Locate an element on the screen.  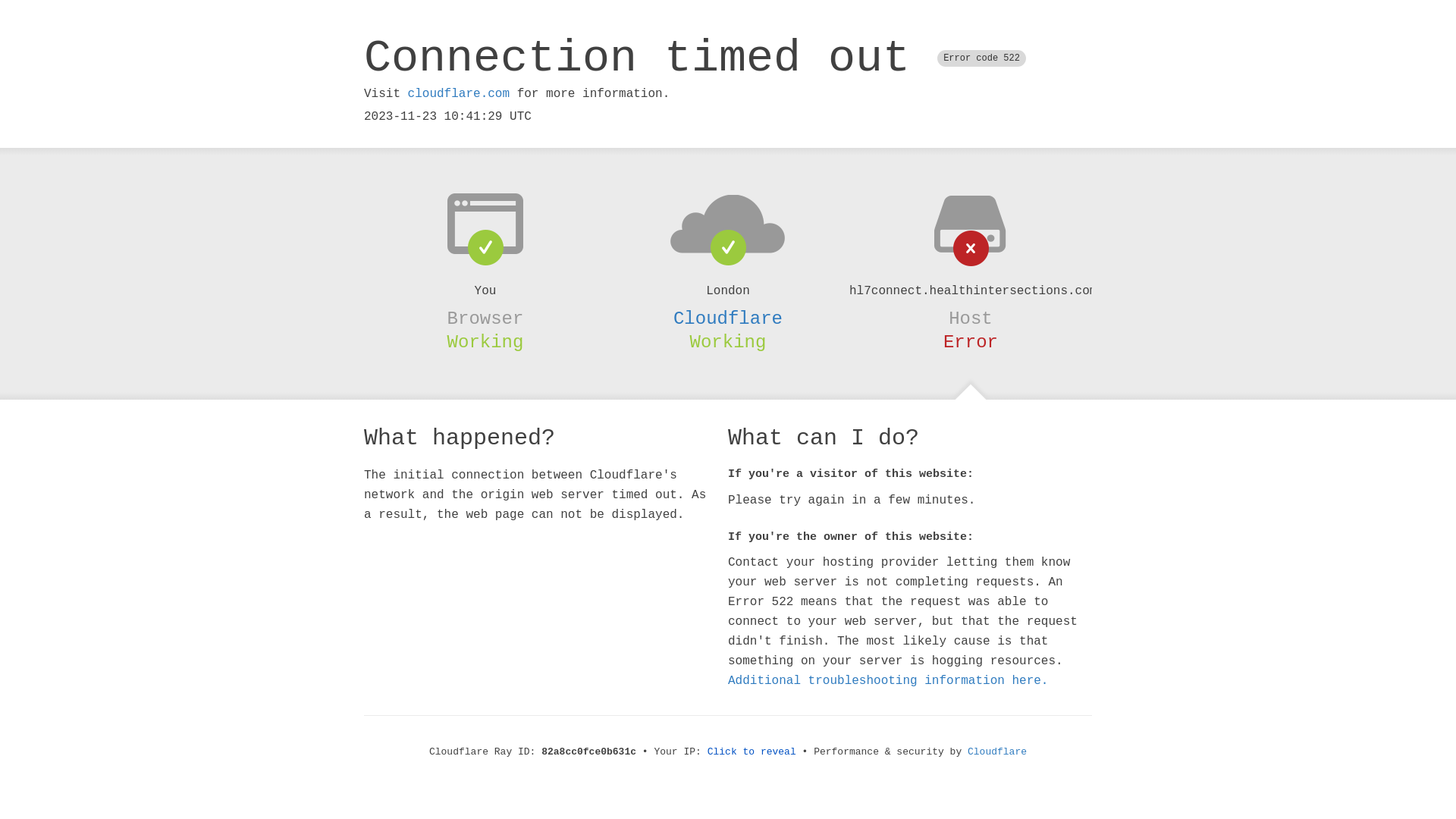
'cloudflare.com' is located at coordinates (457, 93).